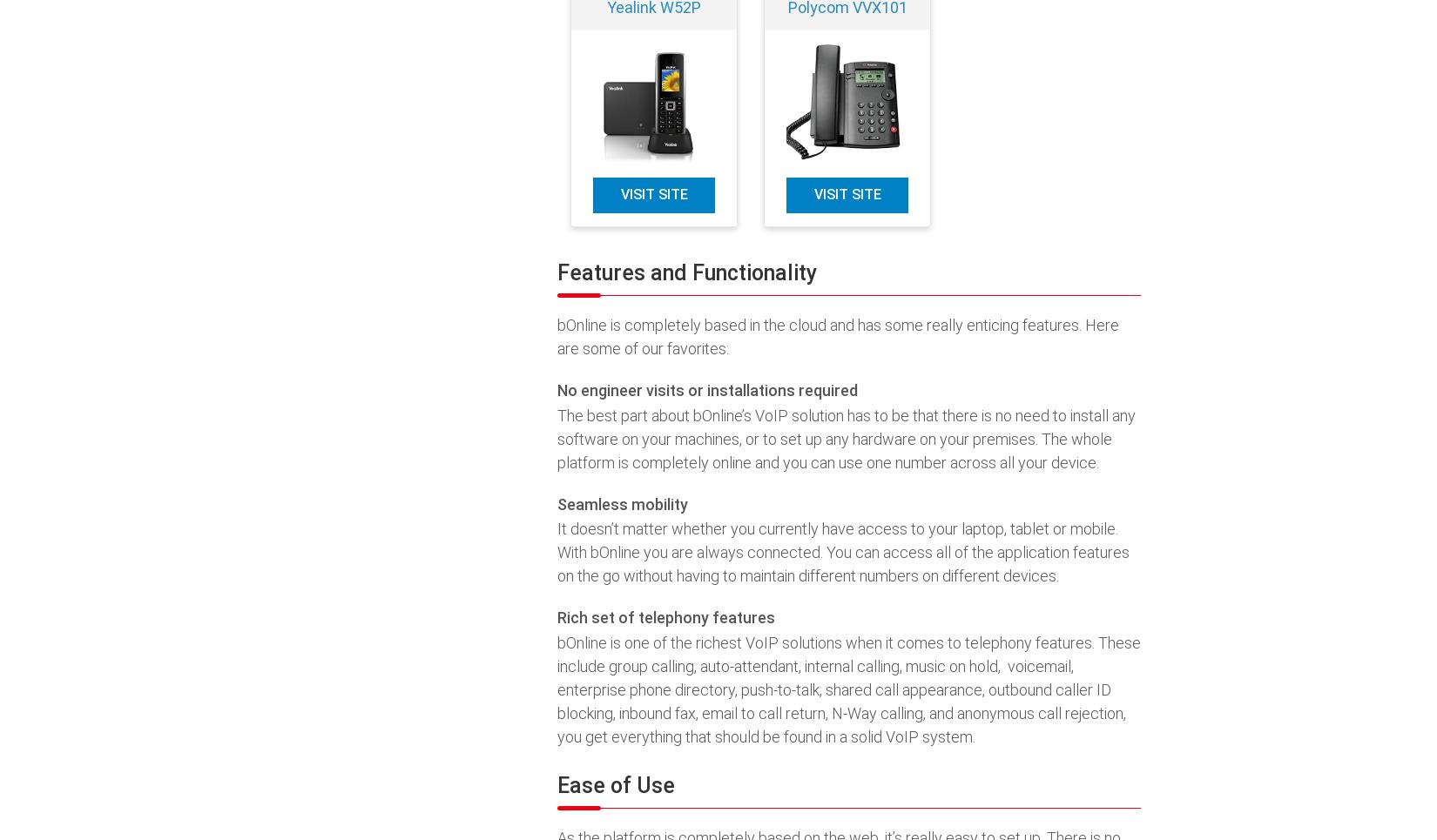  I want to click on 'Rich set of telephony features', so click(665, 617).